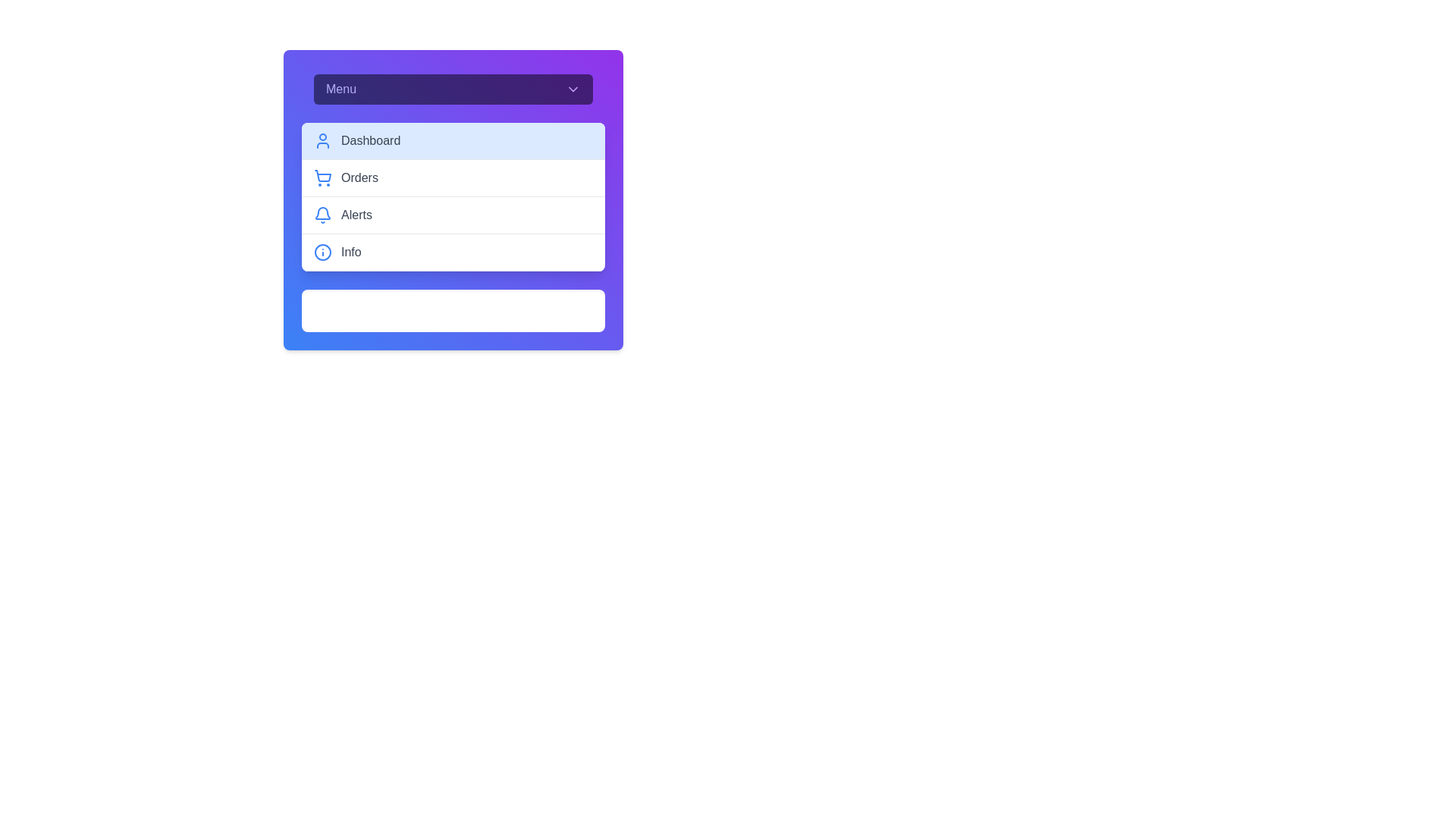 The image size is (1456, 819). Describe the element at coordinates (356, 215) in the screenshot. I see `the 'Alerts' text label in the vertical menu, which is positioned on the third row, right of the bell icon, above 'Info' and below 'Orders'` at that location.